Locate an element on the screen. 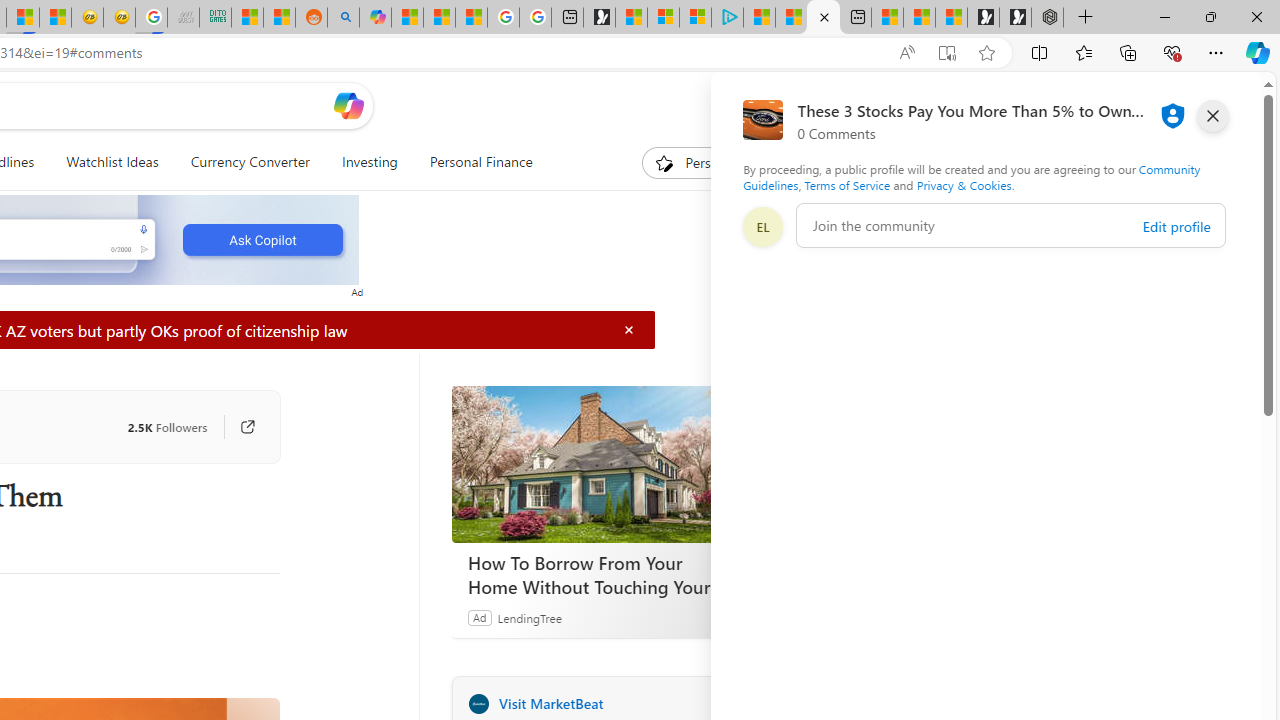 The width and height of the screenshot is (1280, 720). 'These 3 Stocks Pay You More Than 5% to Own Them' is located at coordinates (823, 17).